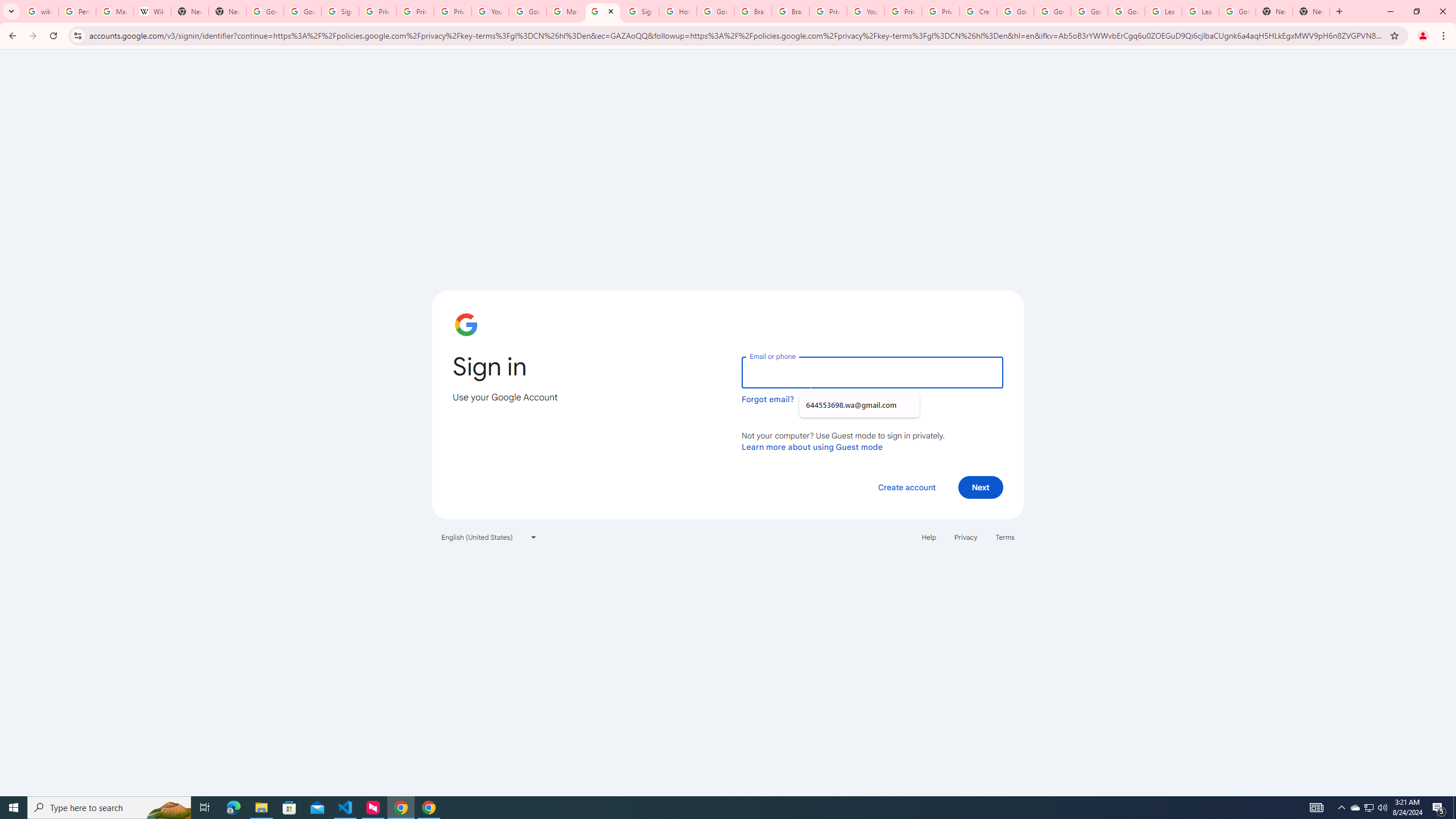 This screenshot has width=1456, height=819. What do you see at coordinates (77, 35) in the screenshot?
I see `'View site information'` at bounding box center [77, 35].